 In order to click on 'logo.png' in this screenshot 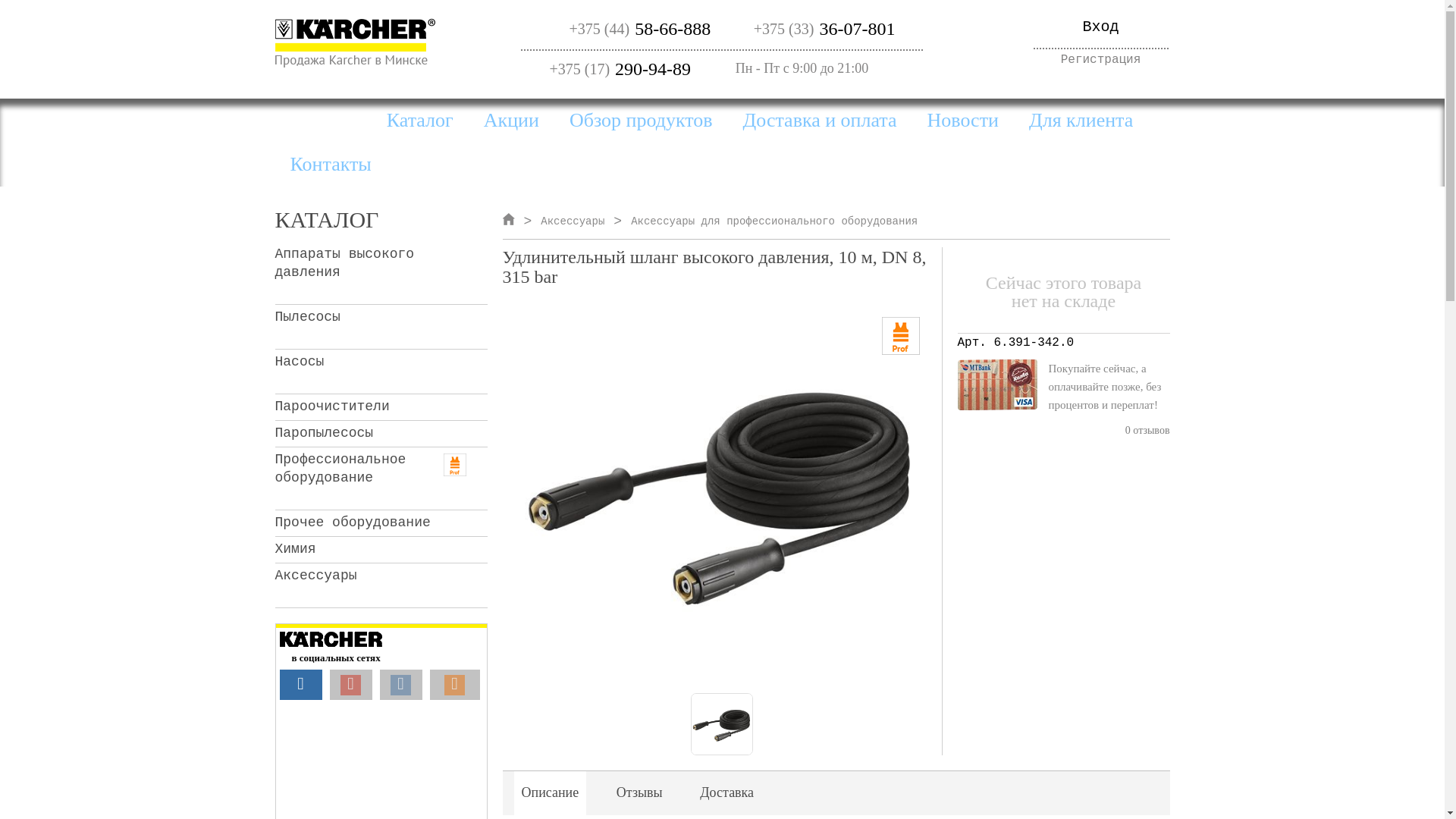, I will do `click(353, 42)`.